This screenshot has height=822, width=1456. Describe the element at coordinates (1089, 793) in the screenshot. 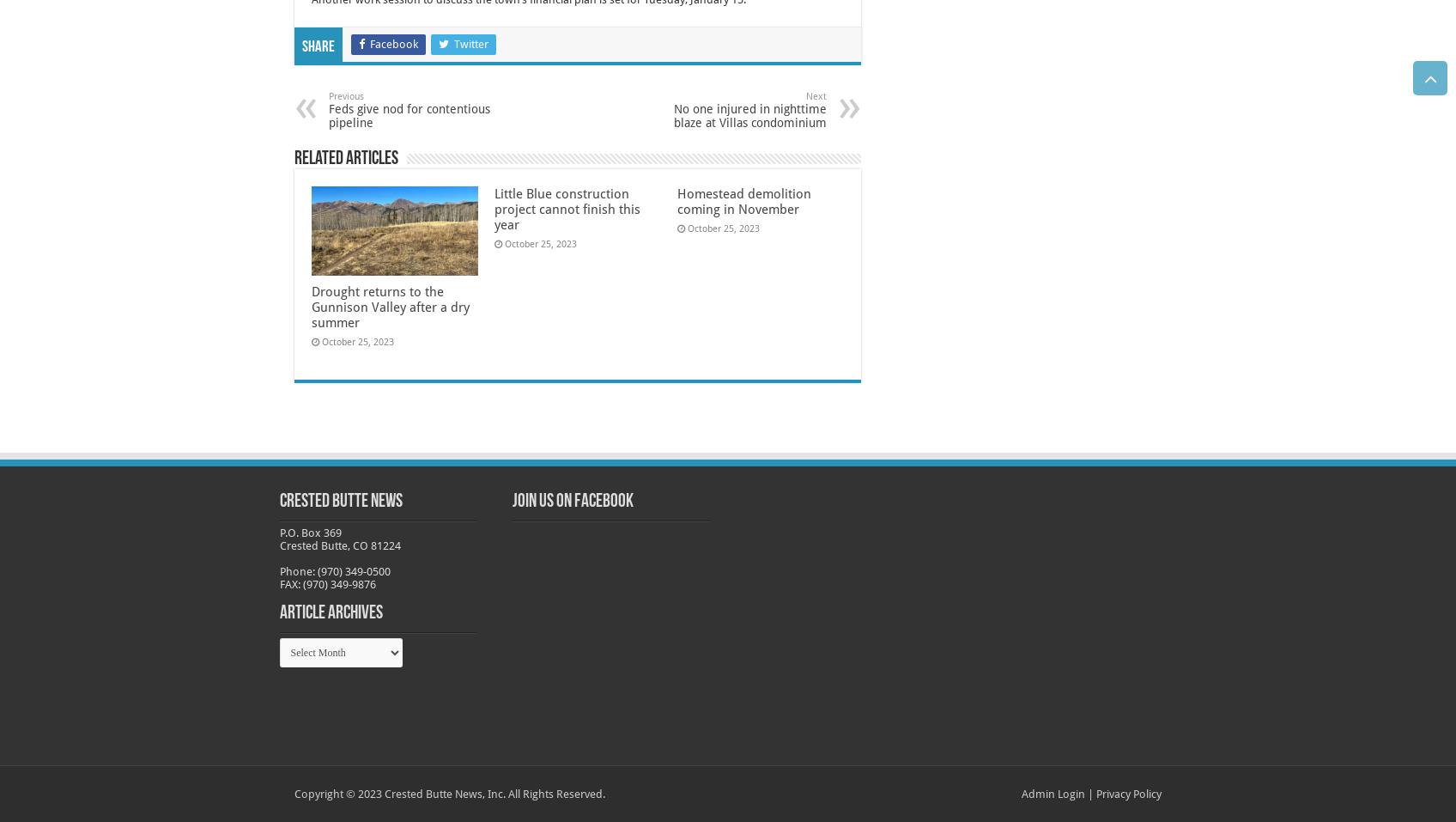

I see `'|'` at that location.